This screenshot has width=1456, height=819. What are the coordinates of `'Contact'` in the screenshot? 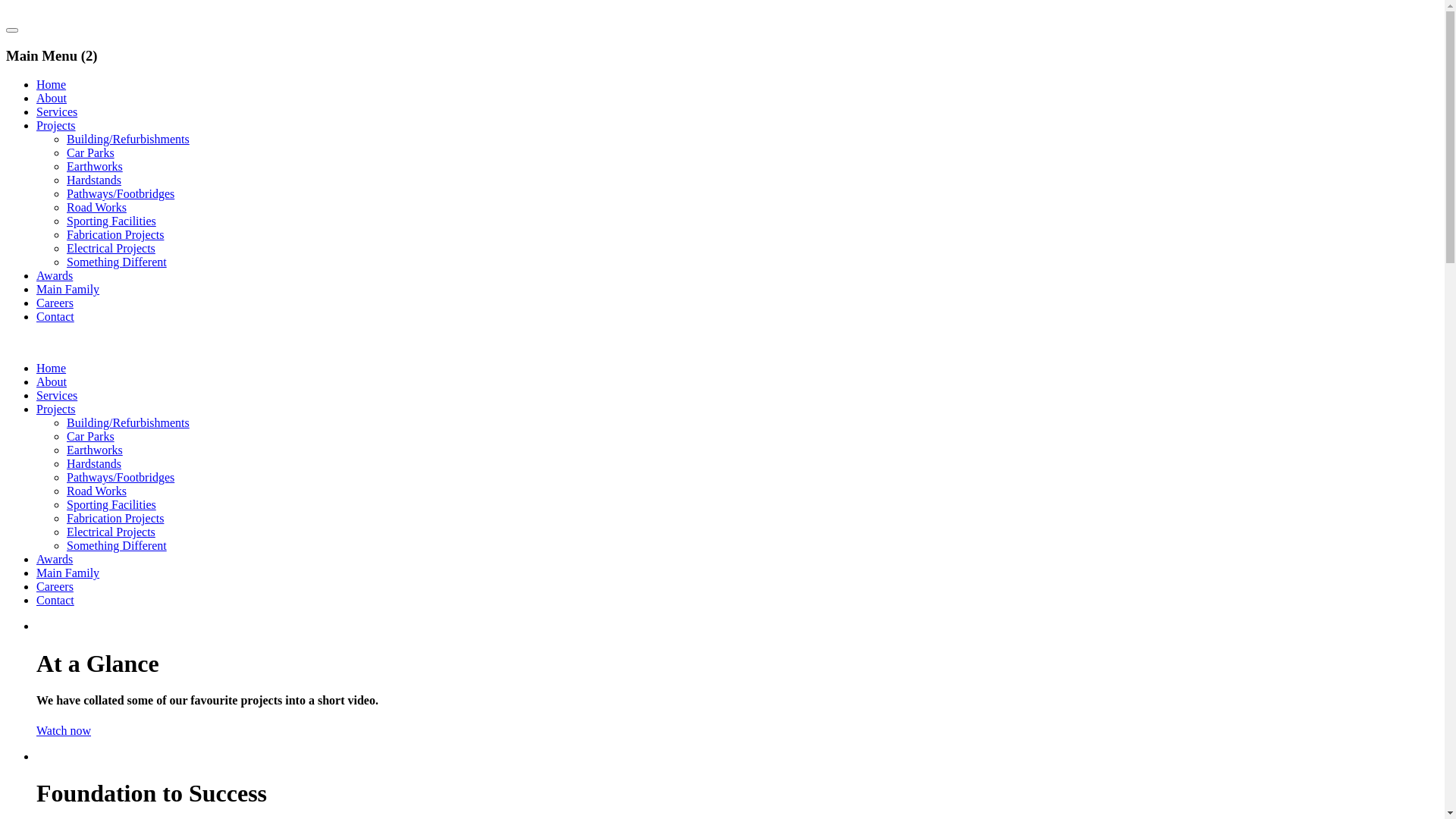 It's located at (36, 599).